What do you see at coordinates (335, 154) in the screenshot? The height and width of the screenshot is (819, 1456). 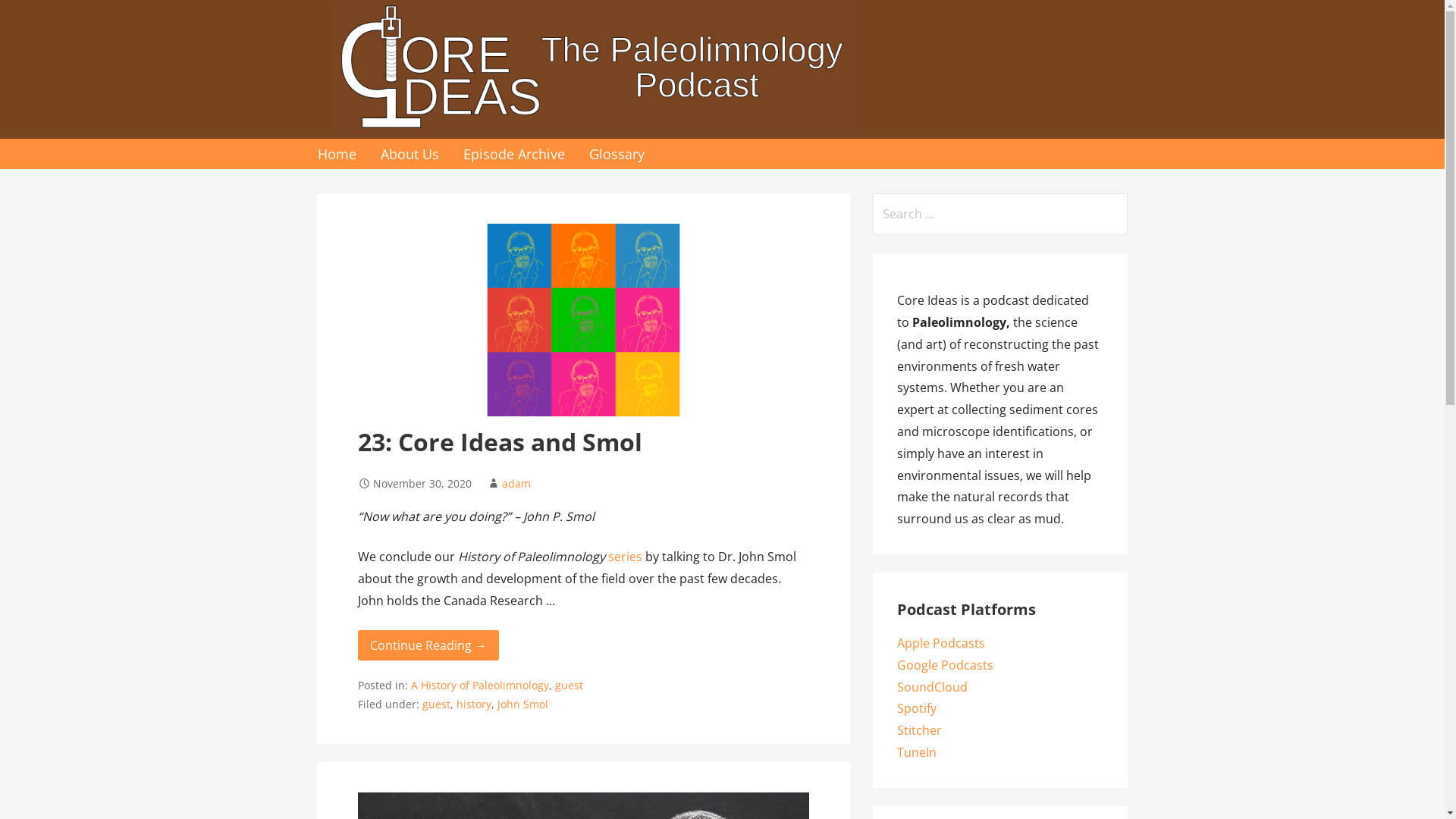 I see `'Home'` at bounding box center [335, 154].